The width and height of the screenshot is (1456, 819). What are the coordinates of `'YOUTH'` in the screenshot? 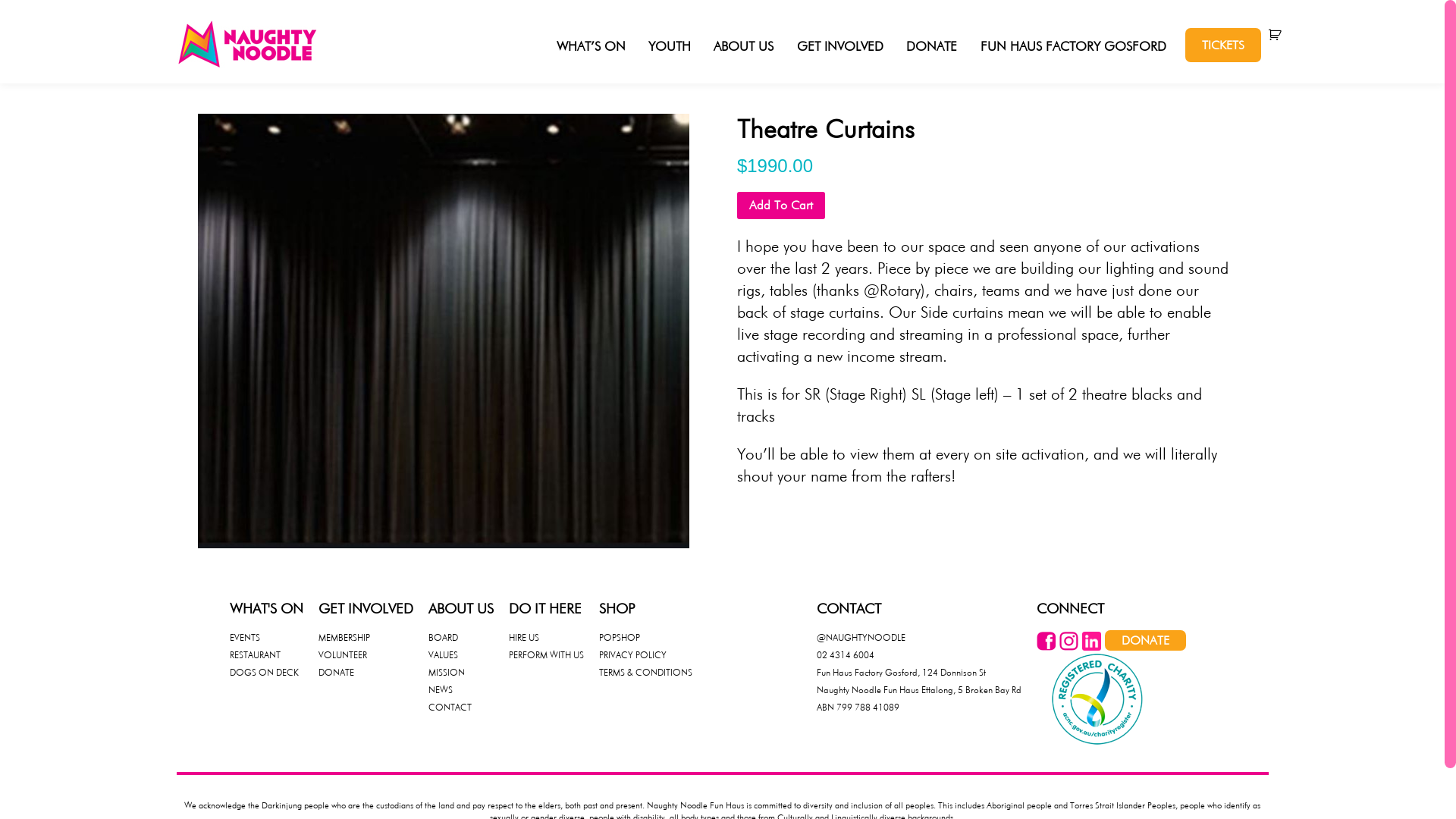 It's located at (669, 45).